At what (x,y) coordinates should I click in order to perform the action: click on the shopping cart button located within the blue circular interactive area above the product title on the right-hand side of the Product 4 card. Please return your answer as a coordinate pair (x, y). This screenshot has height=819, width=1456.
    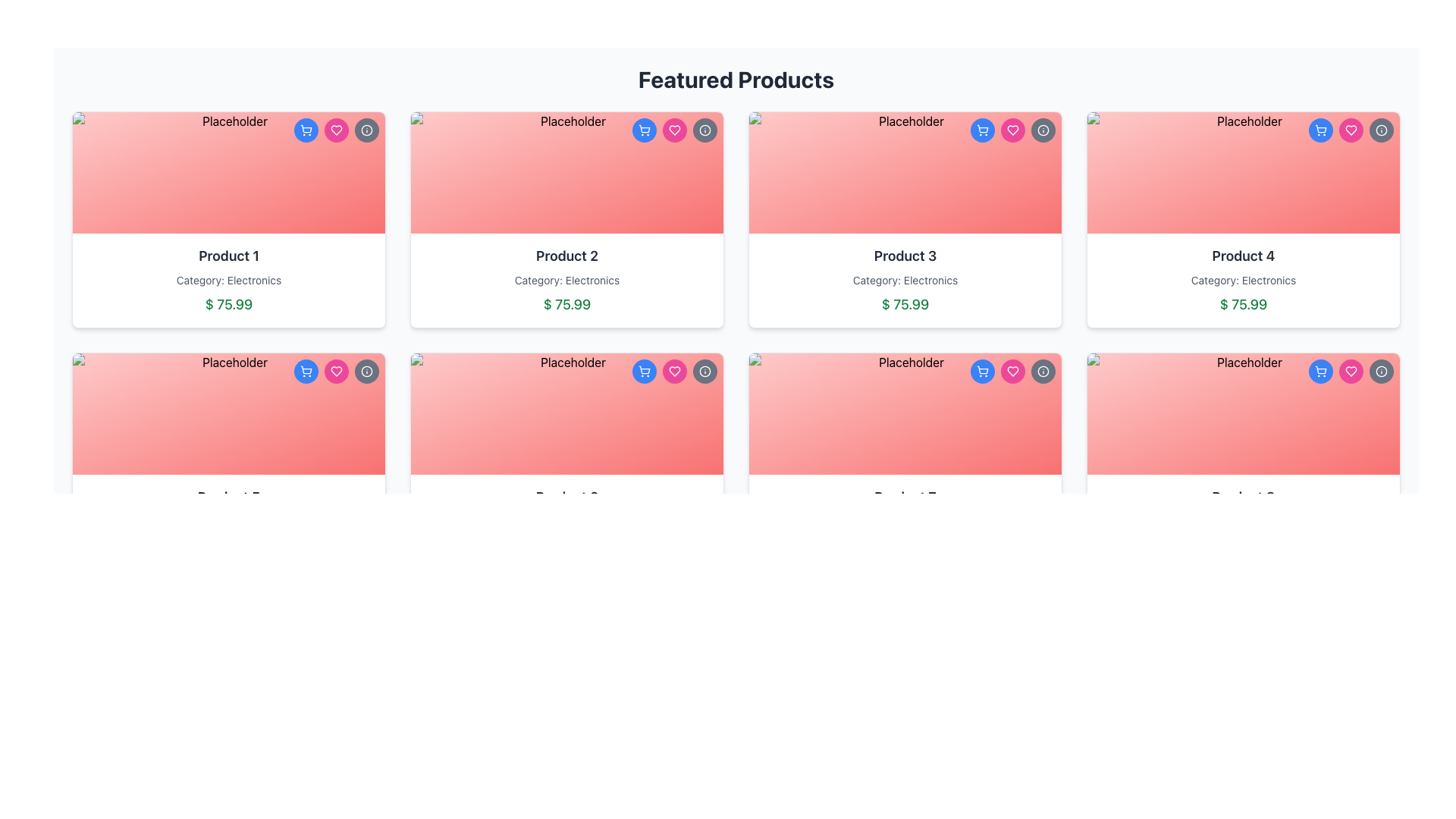
    Looking at the image, I should click on (1320, 371).